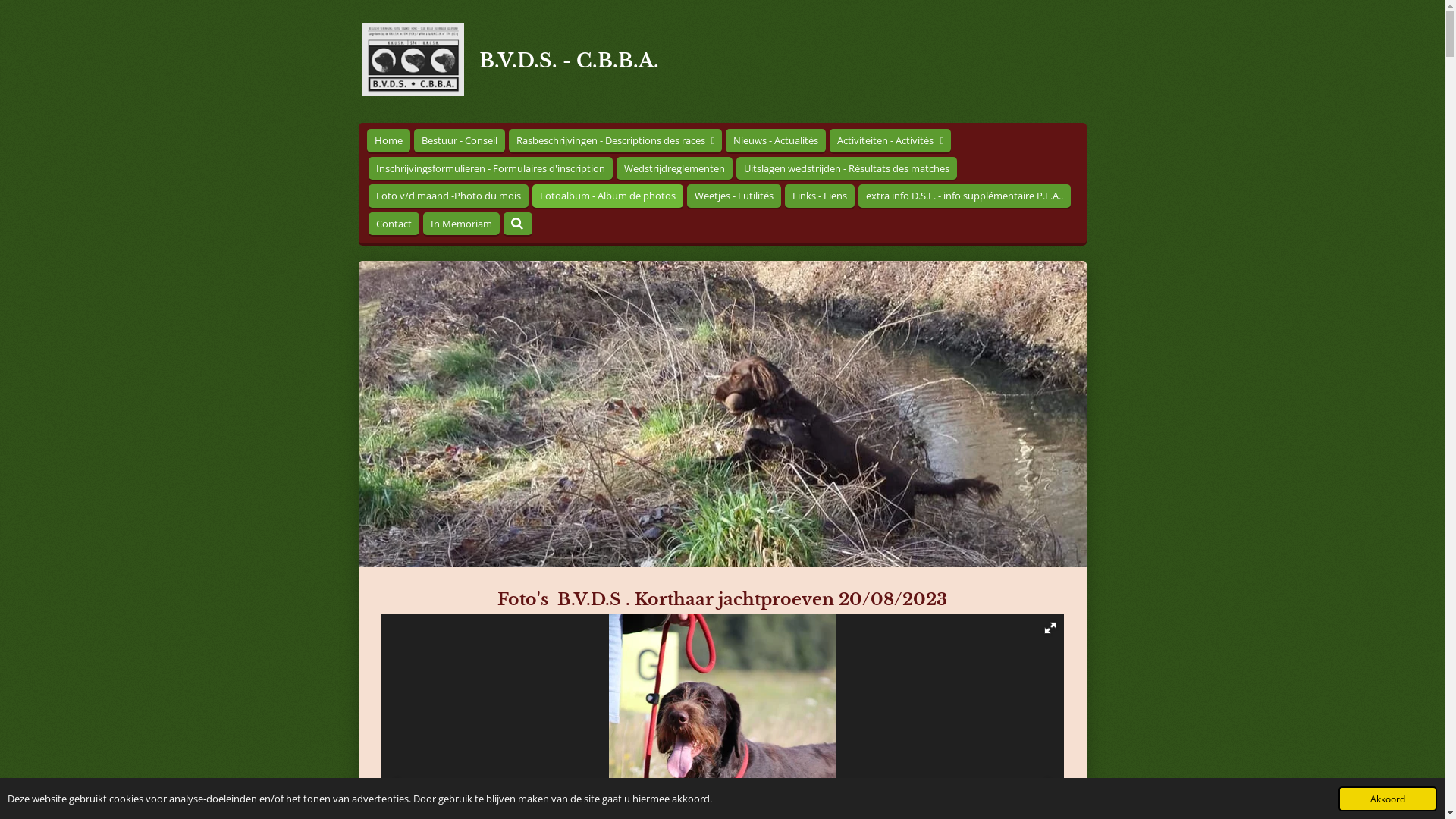  What do you see at coordinates (508, 140) in the screenshot?
I see `'Rasbeschrijvingen - Descriptions des races'` at bounding box center [508, 140].